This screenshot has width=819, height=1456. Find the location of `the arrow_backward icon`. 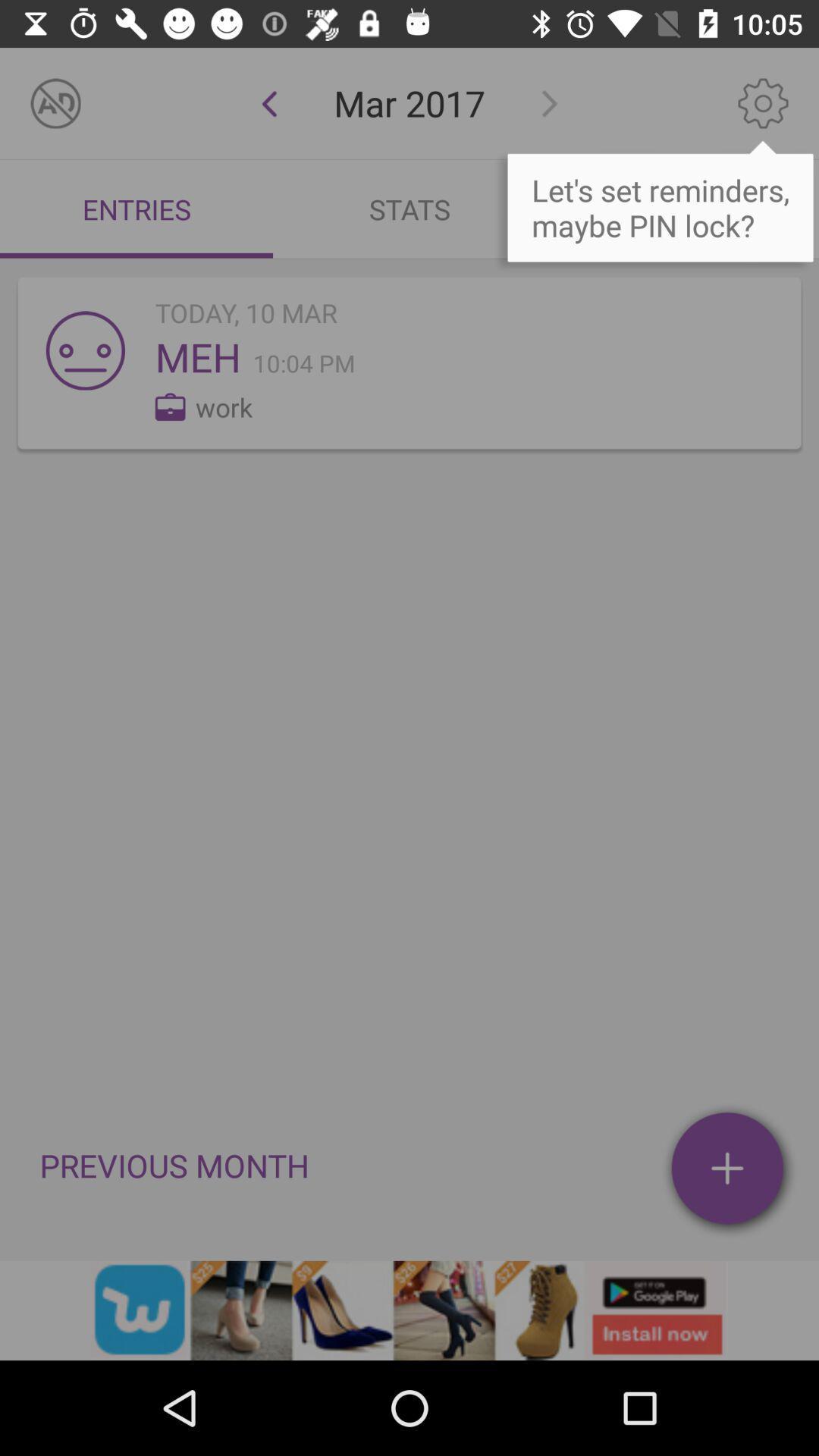

the arrow_backward icon is located at coordinates (268, 102).